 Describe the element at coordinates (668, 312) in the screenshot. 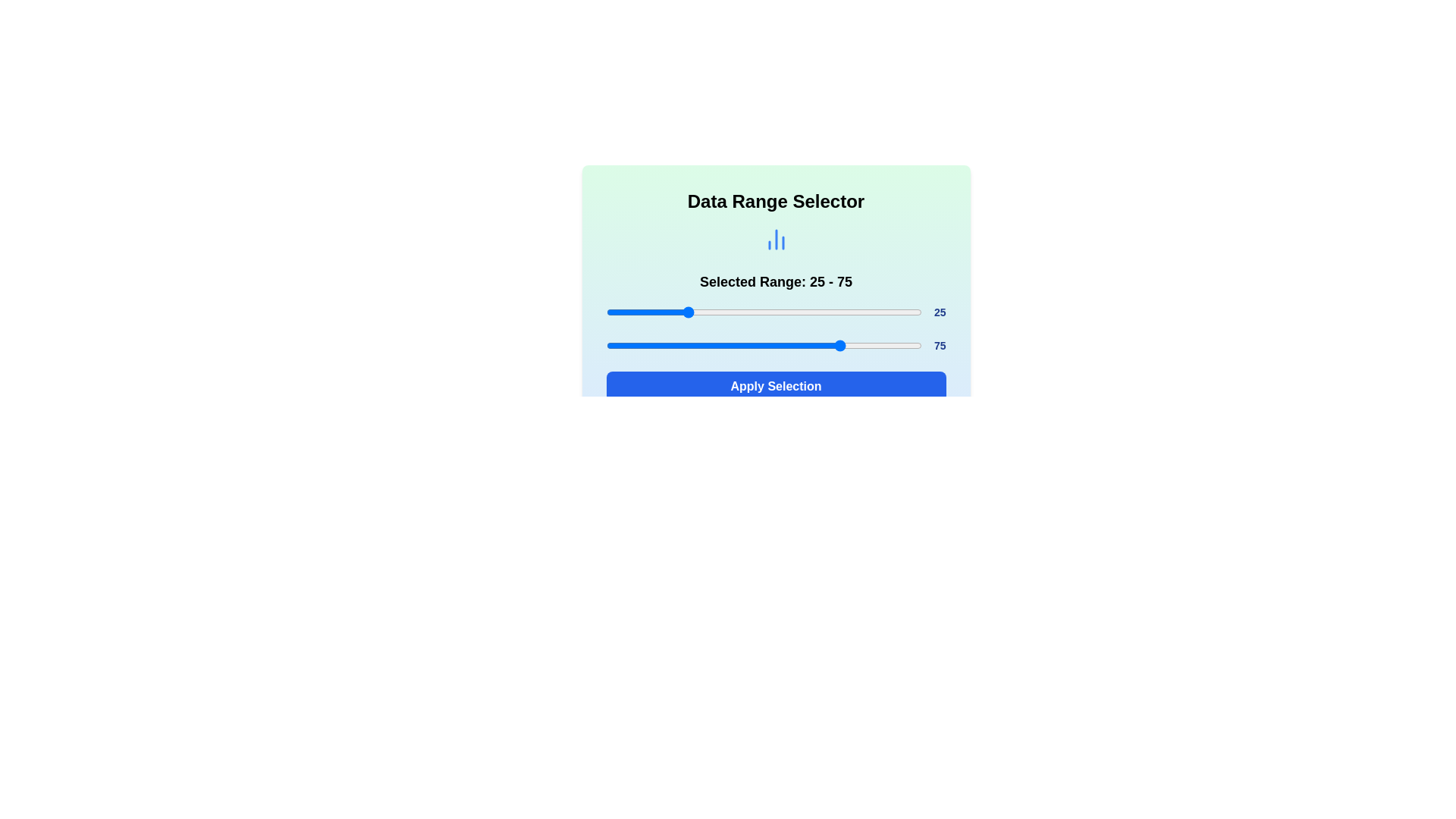

I see `the slider to set its value to 20` at that location.